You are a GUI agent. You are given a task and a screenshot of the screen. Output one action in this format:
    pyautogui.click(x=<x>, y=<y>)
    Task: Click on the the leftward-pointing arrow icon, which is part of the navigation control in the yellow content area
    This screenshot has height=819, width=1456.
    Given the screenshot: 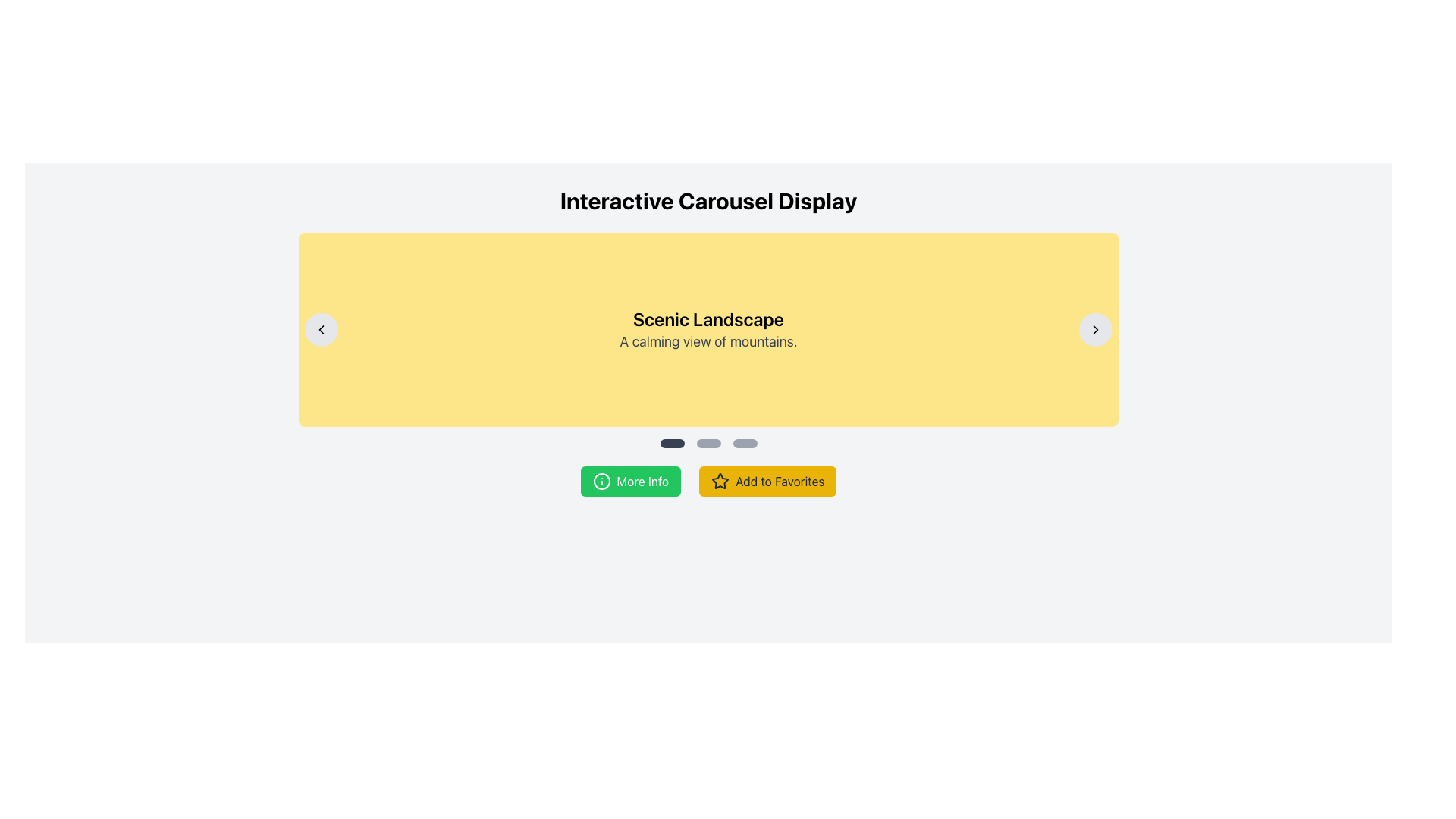 What is the action you would take?
    pyautogui.click(x=320, y=329)
    